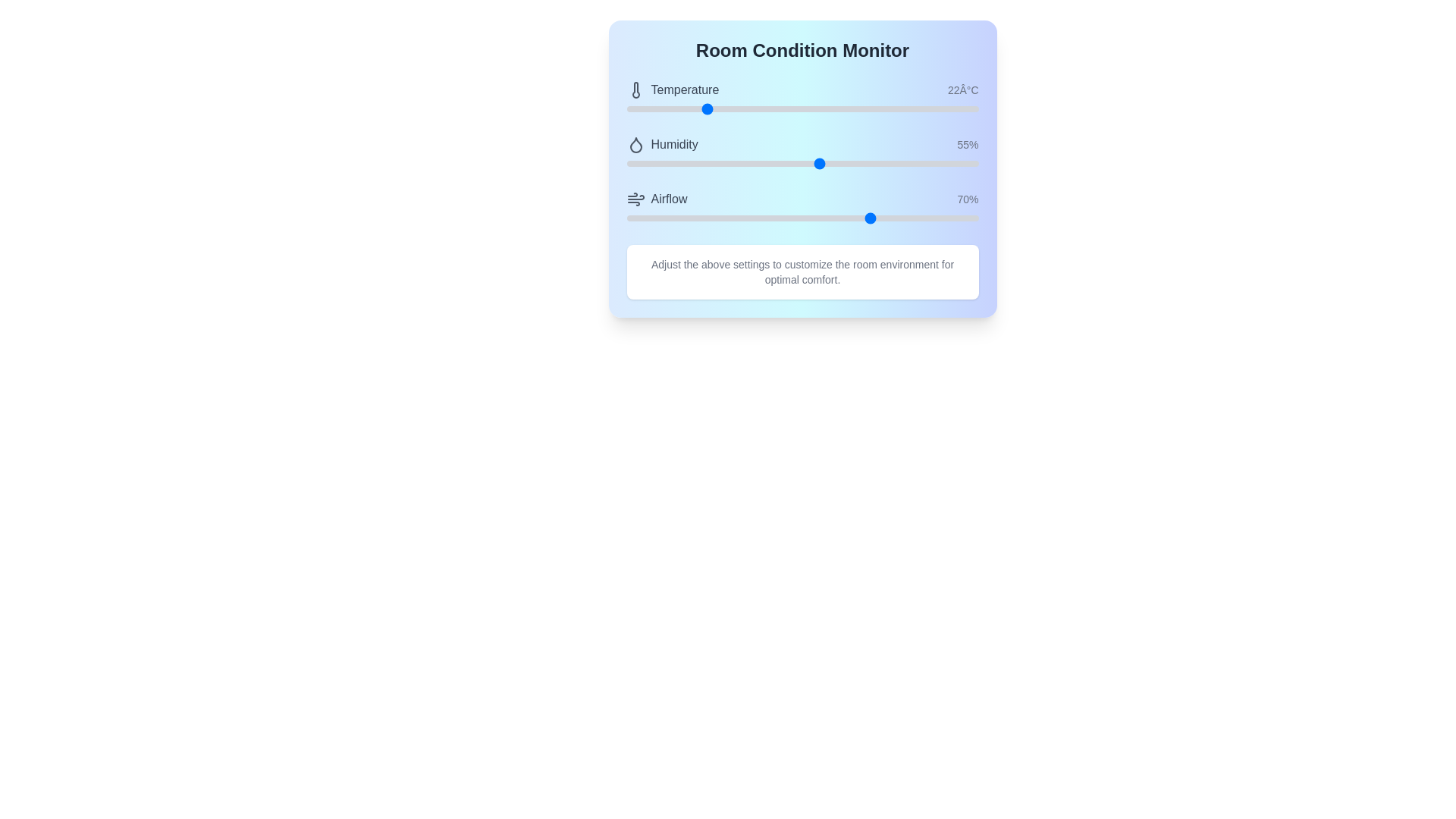 Image resolution: width=1456 pixels, height=819 pixels. Describe the element at coordinates (630, 164) in the screenshot. I see `the humidity level` at that location.